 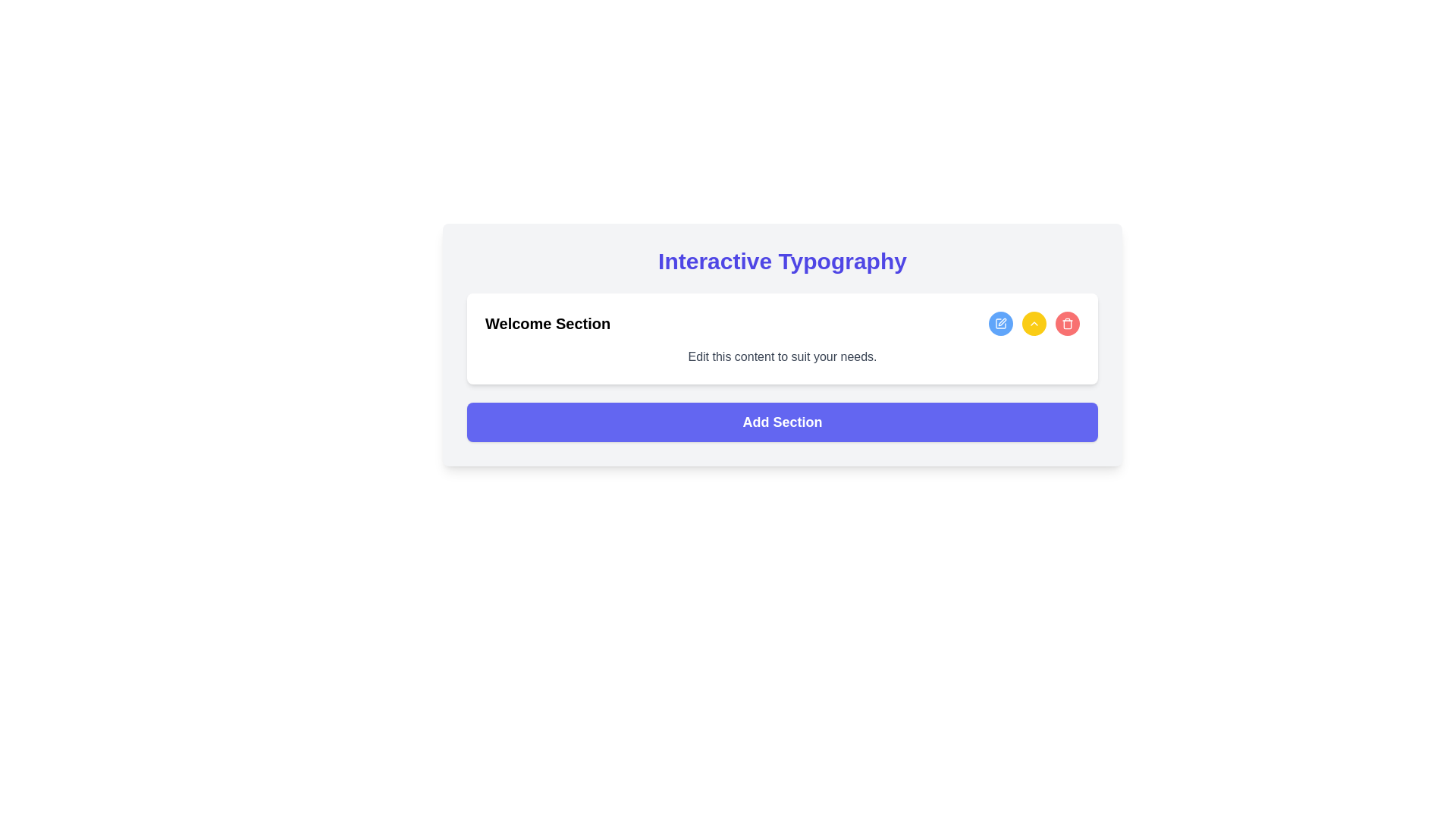 What do you see at coordinates (1033, 323) in the screenshot?
I see `the circular yellow button with white text and an upward-pointing chevron icon` at bounding box center [1033, 323].